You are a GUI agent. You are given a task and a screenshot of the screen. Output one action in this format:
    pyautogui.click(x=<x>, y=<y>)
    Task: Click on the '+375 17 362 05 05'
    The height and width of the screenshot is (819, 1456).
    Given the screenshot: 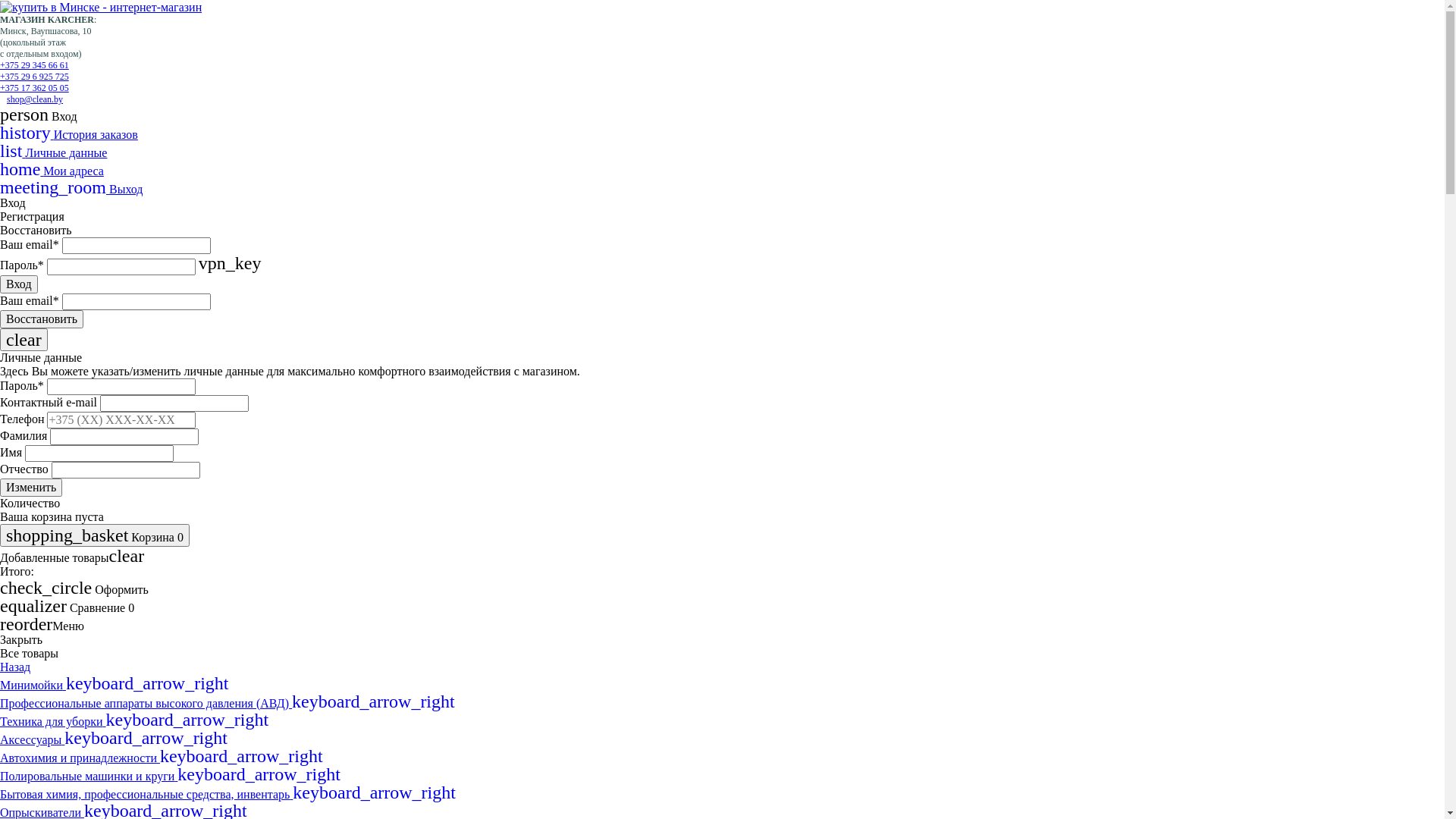 What is the action you would take?
    pyautogui.click(x=34, y=87)
    